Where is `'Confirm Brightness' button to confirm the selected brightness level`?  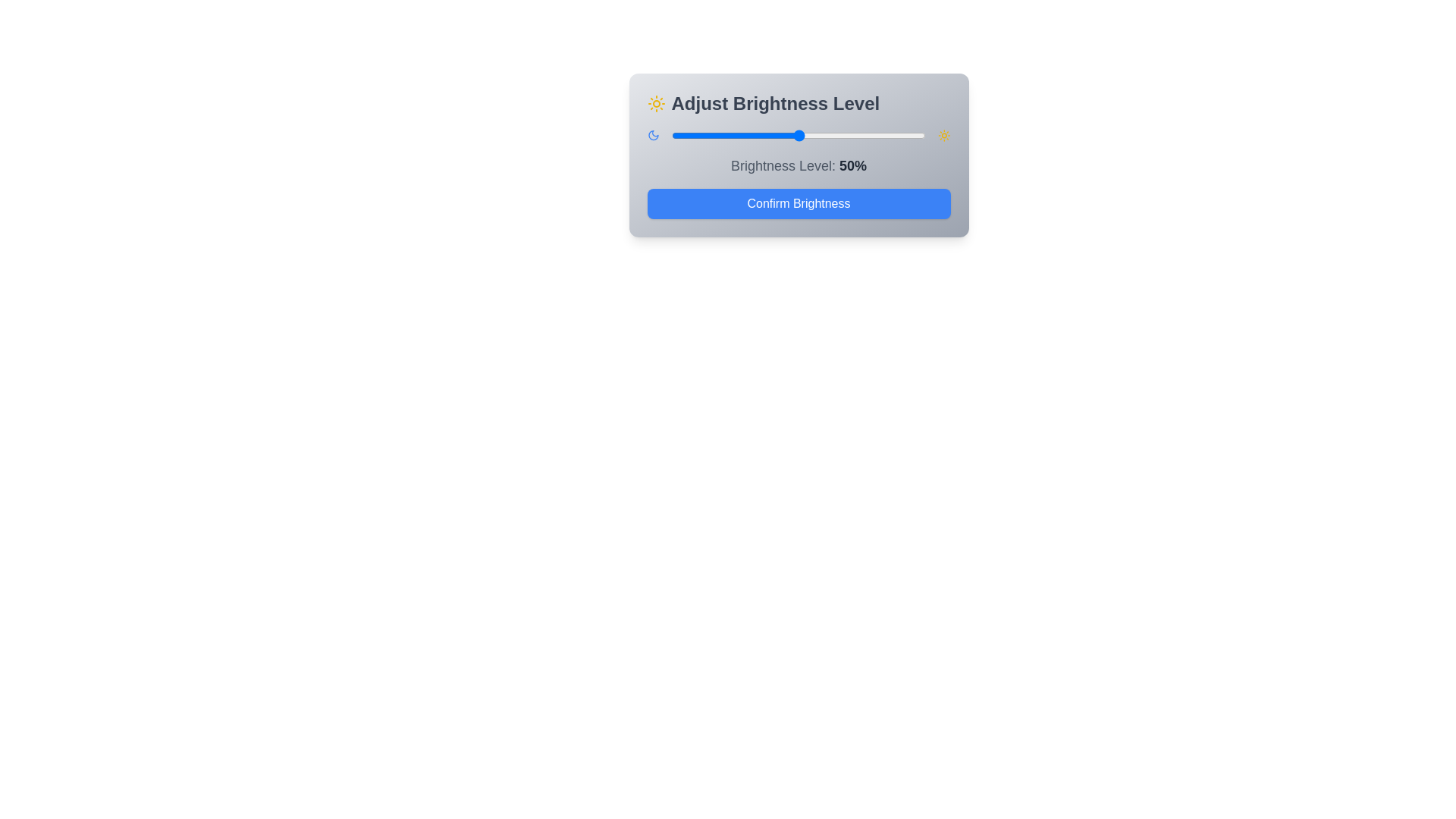
'Confirm Brightness' button to confirm the selected brightness level is located at coordinates (798, 203).